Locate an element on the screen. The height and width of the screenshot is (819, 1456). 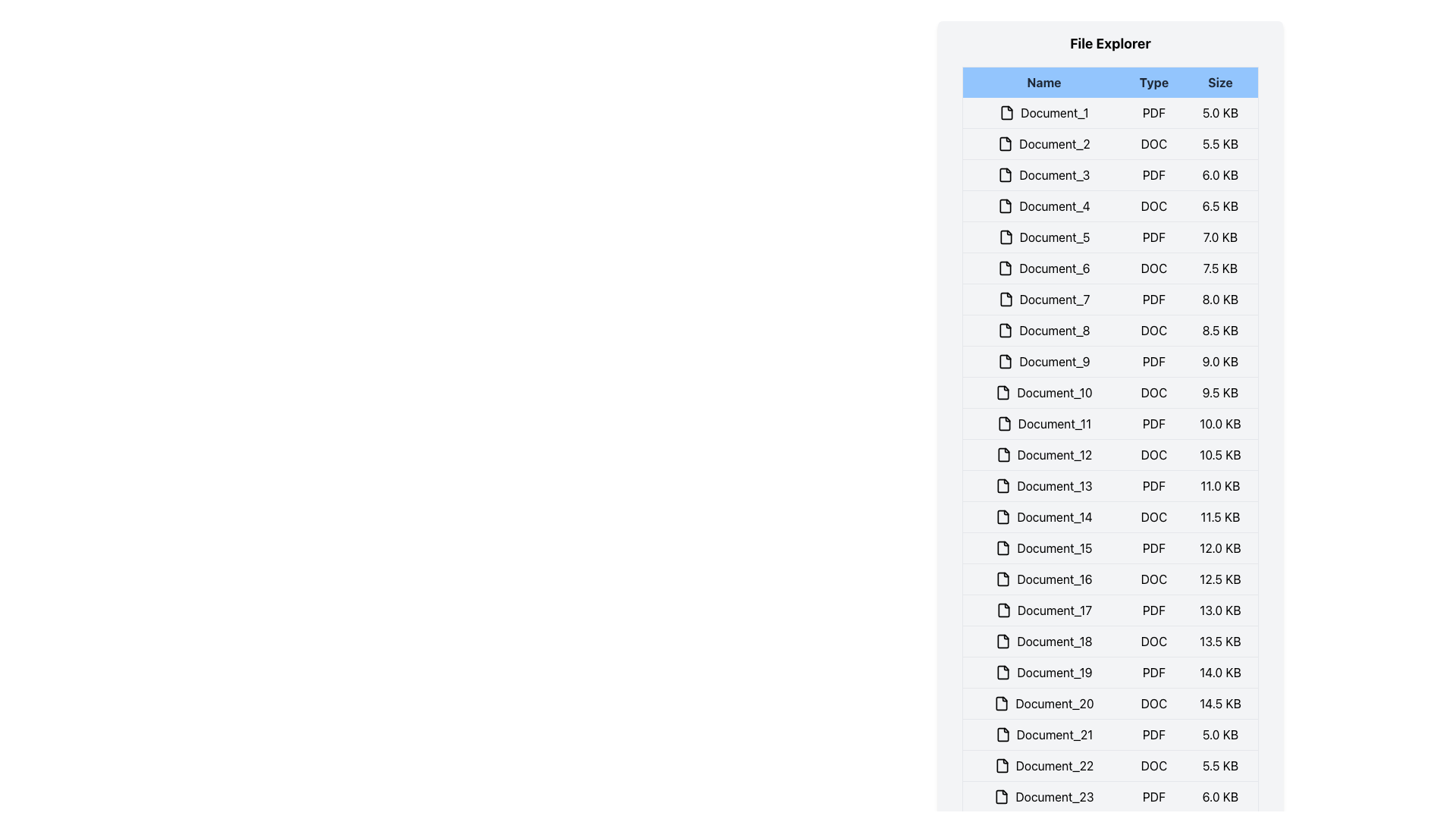
the 'Document_1' label and icon is located at coordinates (1043, 112).